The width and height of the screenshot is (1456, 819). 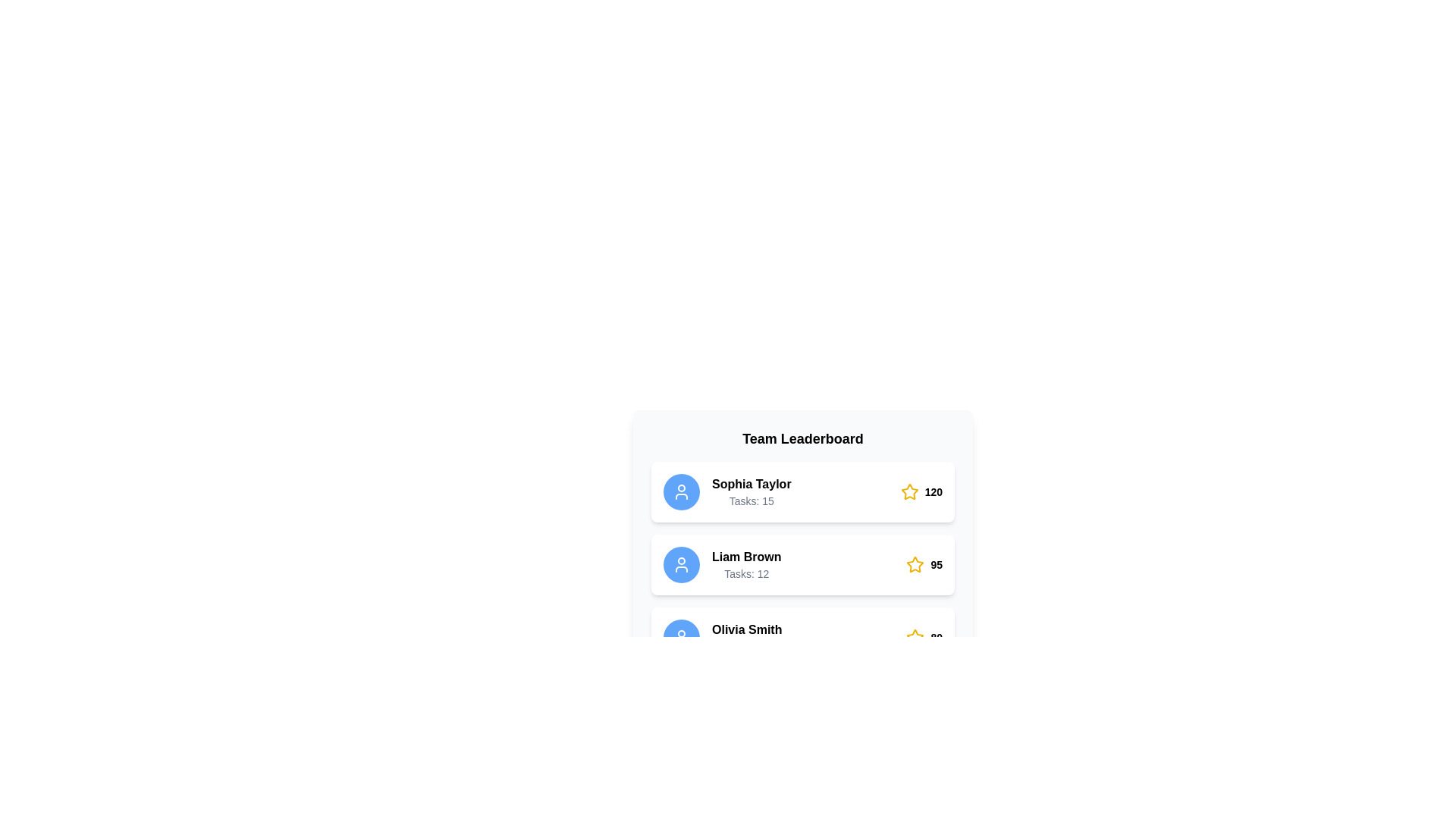 I want to click on the user profile icon represented by a white circular head and shoulders on the leaderboard for 'Sophia Taylor', so click(x=680, y=491).